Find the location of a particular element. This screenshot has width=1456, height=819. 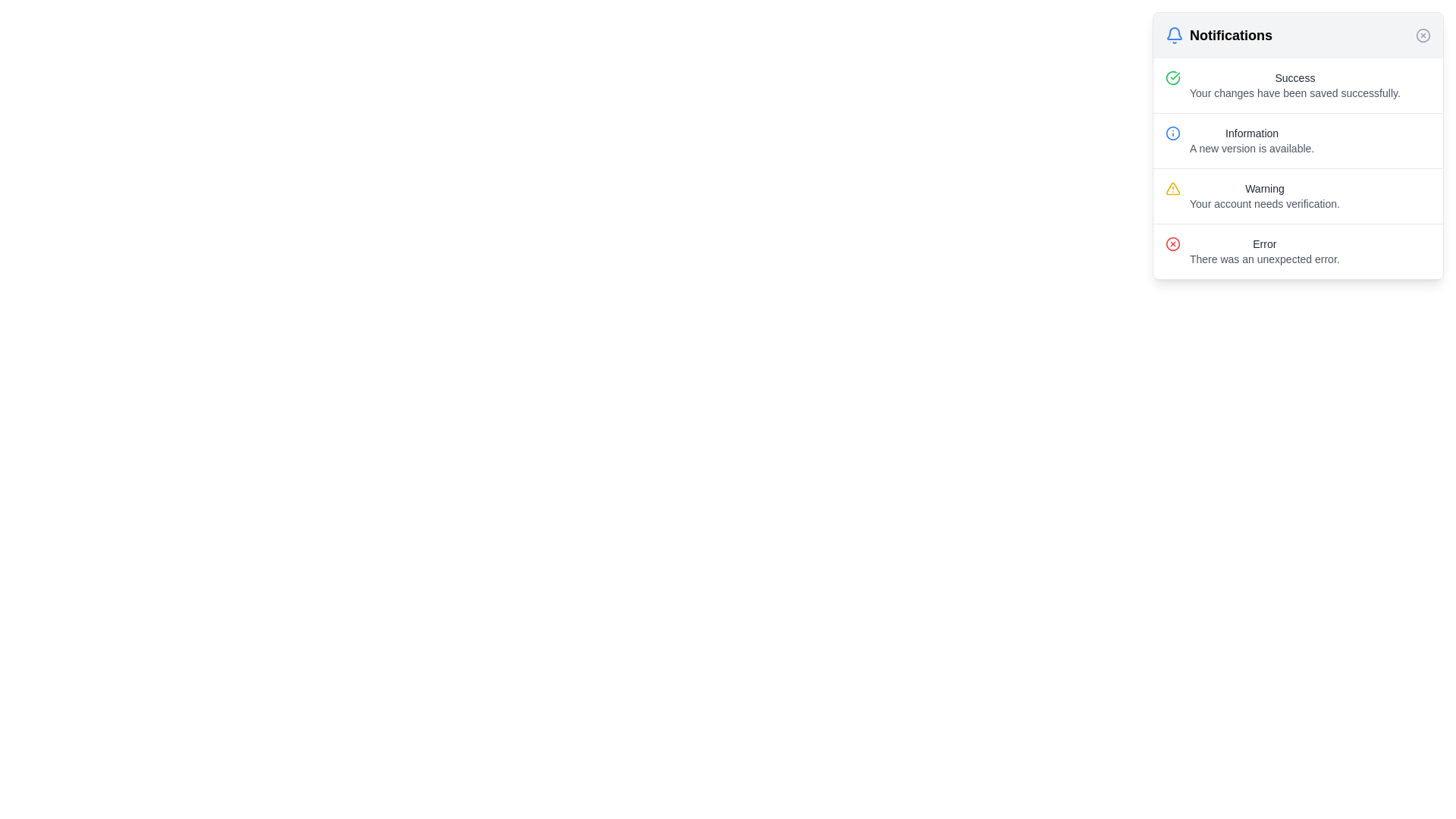

the text and heading notification that informs the user about the availability of a new version, located below 'Success' and above 'Warning' in the right-aligned panel is located at coordinates (1252, 140).